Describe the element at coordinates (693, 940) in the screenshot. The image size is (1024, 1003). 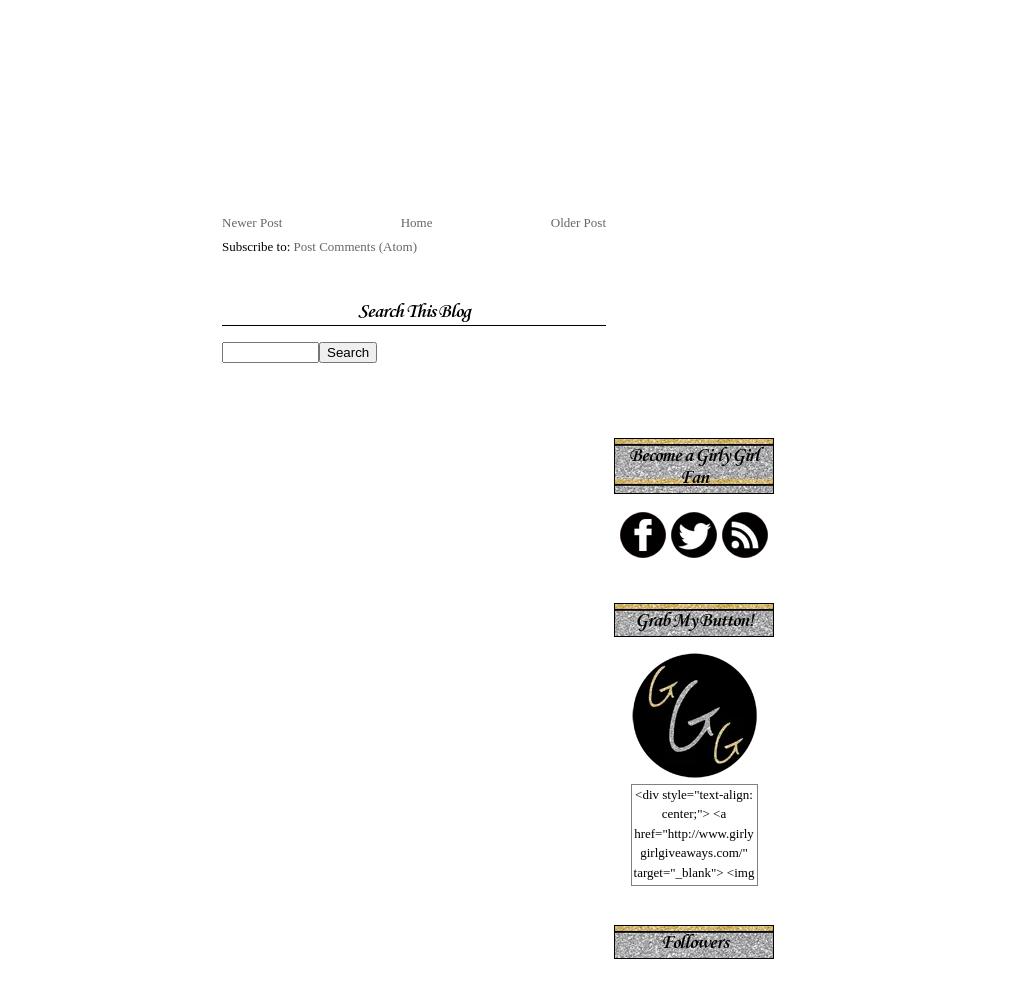
I see `'Followers'` at that location.